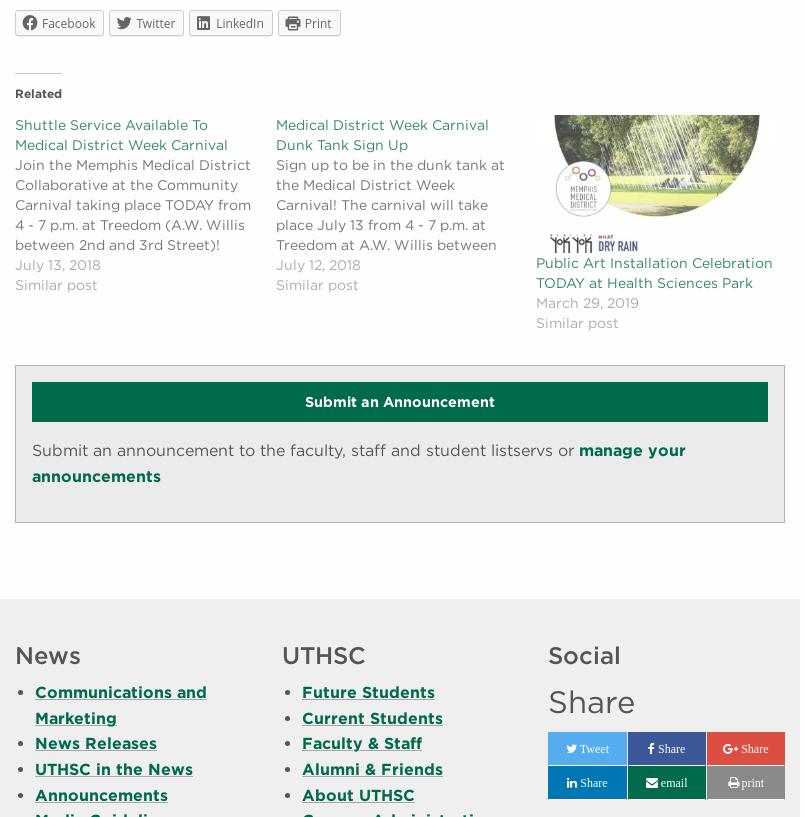  I want to click on 'Submit an announcement to the faculty, staff and student listservs or', so click(32, 450).